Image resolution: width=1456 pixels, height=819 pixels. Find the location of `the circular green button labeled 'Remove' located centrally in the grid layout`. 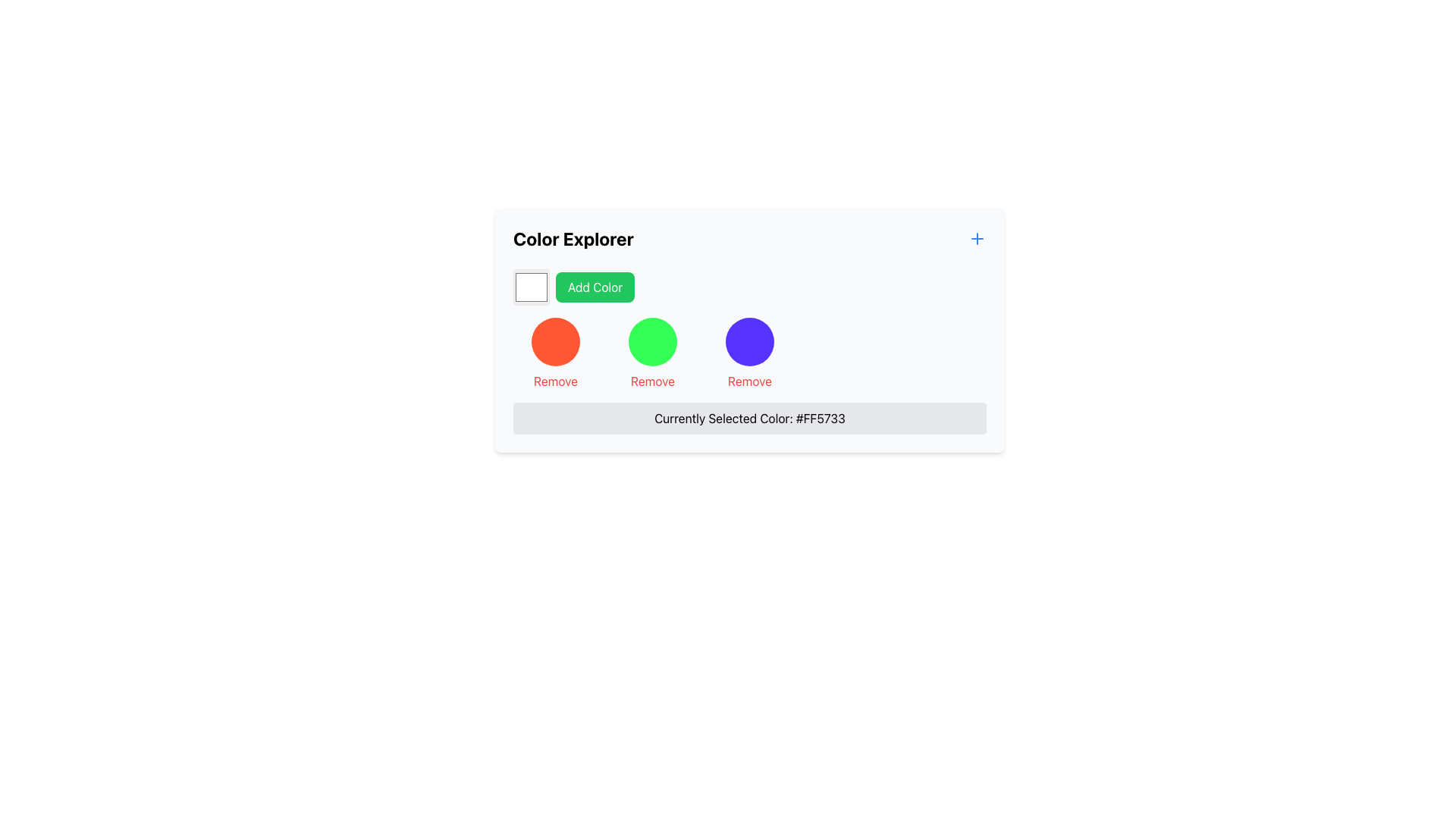

the circular green button labeled 'Remove' located centrally in the grid layout is located at coordinates (652, 353).